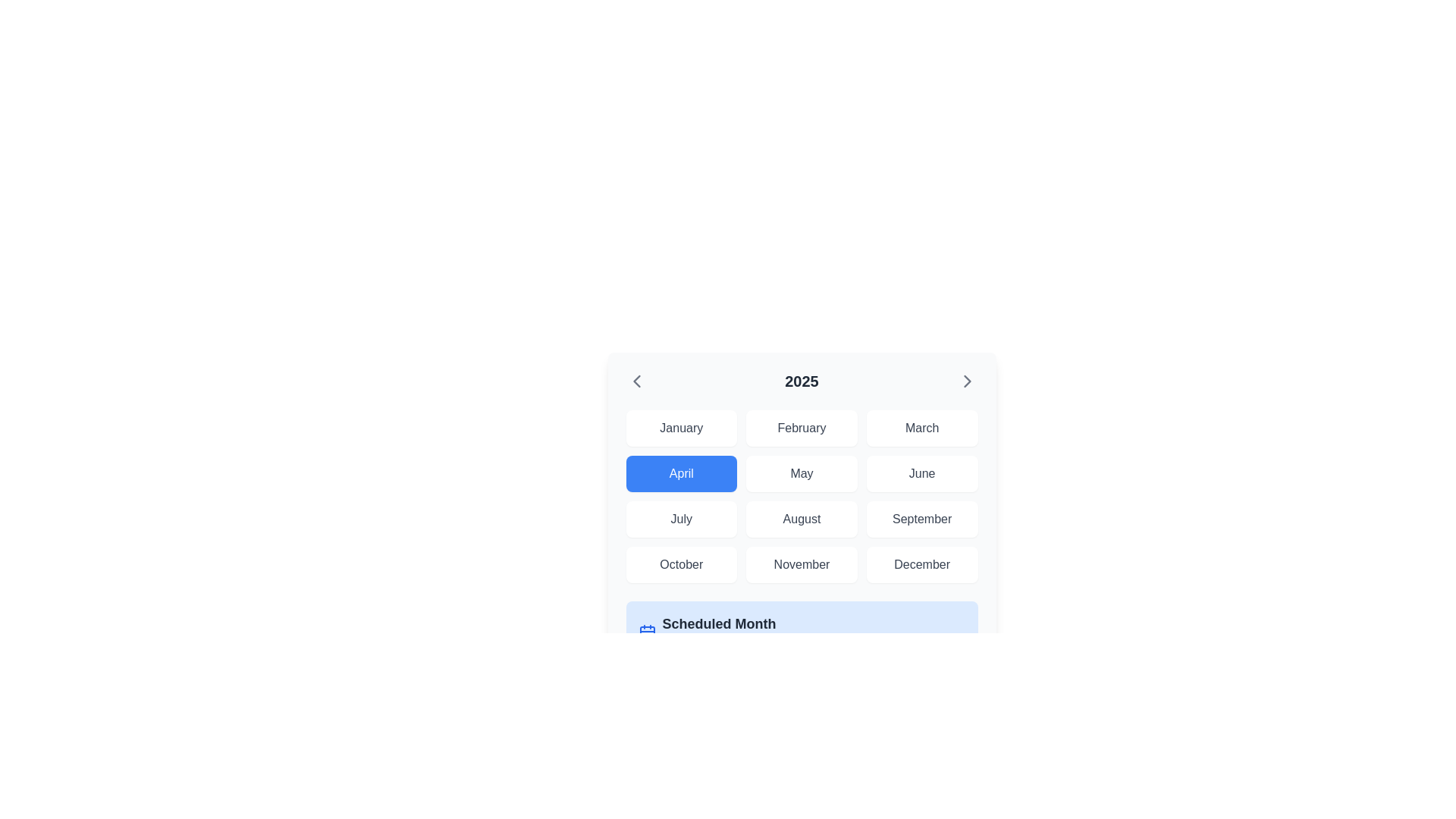 The image size is (1456, 819). Describe the element at coordinates (921, 564) in the screenshot. I see `the 'December' button, which is the last button in a grid of month buttons, to trigger a visual hover effect` at that location.